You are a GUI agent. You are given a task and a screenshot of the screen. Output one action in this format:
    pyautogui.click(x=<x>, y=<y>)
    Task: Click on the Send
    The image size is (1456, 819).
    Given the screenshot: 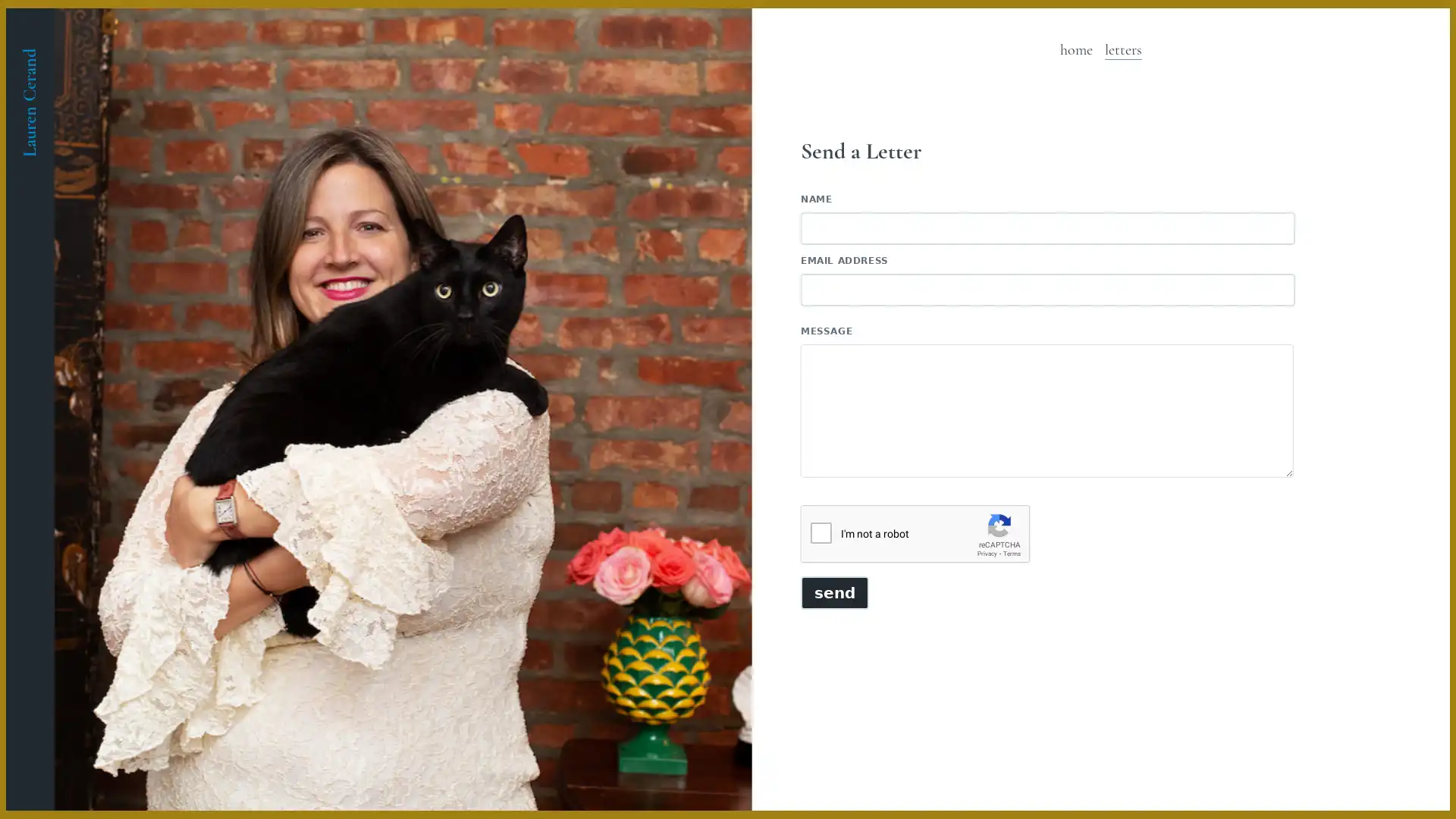 What is the action you would take?
    pyautogui.click(x=833, y=592)
    